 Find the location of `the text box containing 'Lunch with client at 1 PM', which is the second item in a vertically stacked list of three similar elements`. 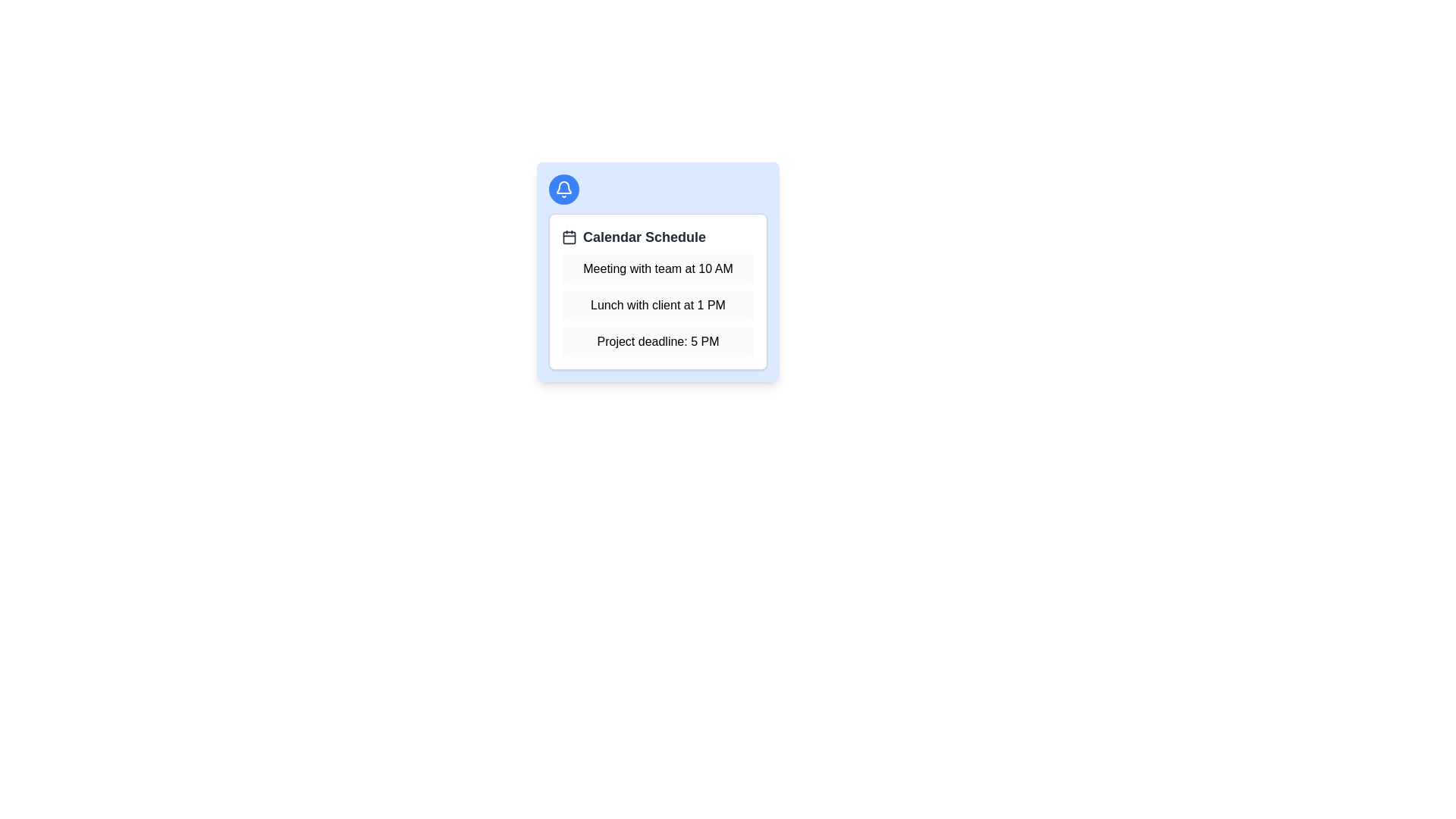

the text box containing 'Lunch with client at 1 PM', which is the second item in a vertically stacked list of three similar elements is located at coordinates (658, 305).